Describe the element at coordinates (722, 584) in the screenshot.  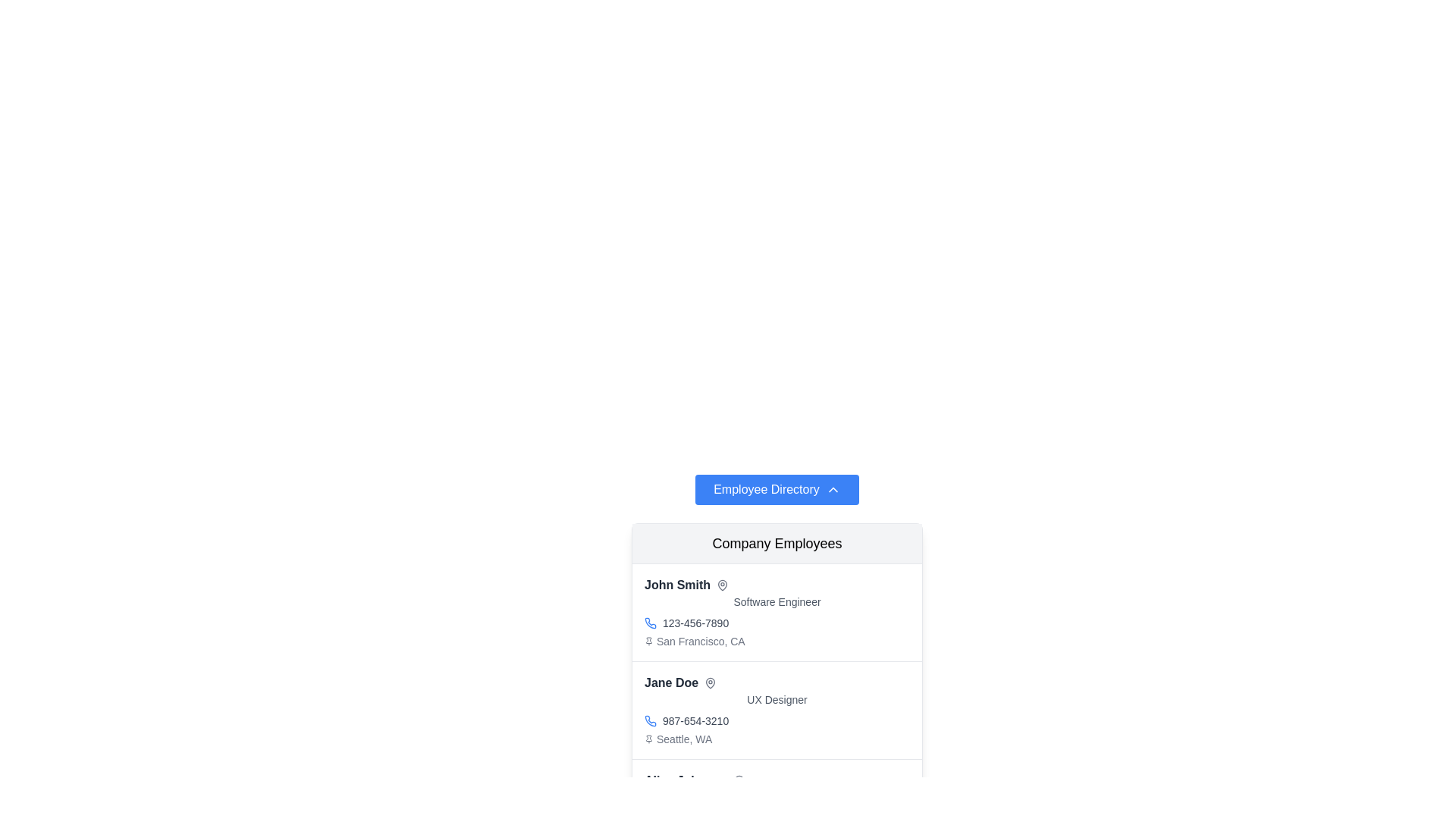
I see `the small gray pin icon styled as a map location marker, located to the right of the text 'John Smith' in the 'Company Employees' section` at that location.